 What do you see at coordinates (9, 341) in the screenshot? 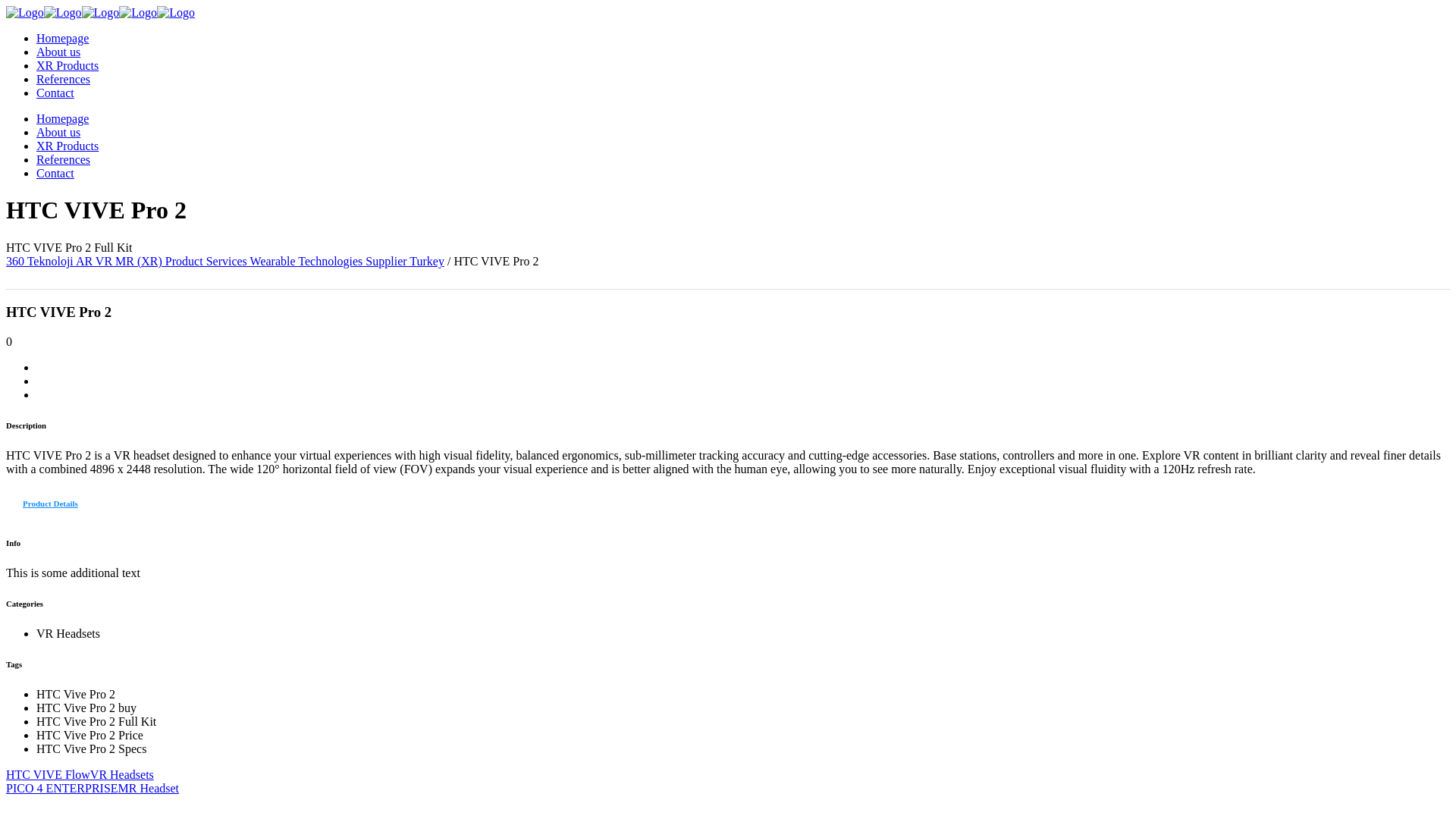
I see `'0'` at bounding box center [9, 341].